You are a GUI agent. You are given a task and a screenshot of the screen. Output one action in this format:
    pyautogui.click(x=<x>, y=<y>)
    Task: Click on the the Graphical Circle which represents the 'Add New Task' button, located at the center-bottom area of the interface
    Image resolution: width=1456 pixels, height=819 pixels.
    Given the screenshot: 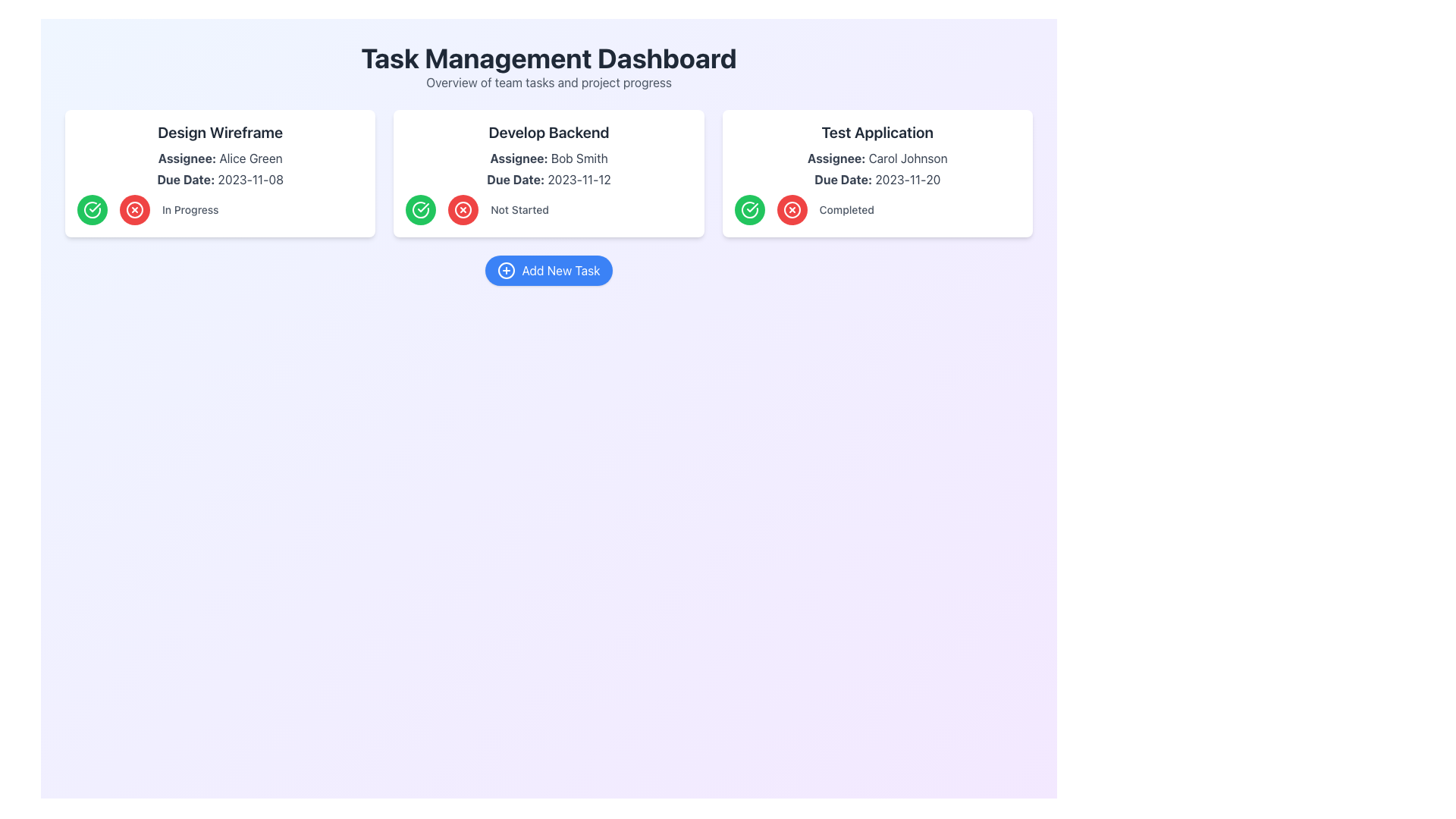 What is the action you would take?
    pyautogui.click(x=507, y=270)
    